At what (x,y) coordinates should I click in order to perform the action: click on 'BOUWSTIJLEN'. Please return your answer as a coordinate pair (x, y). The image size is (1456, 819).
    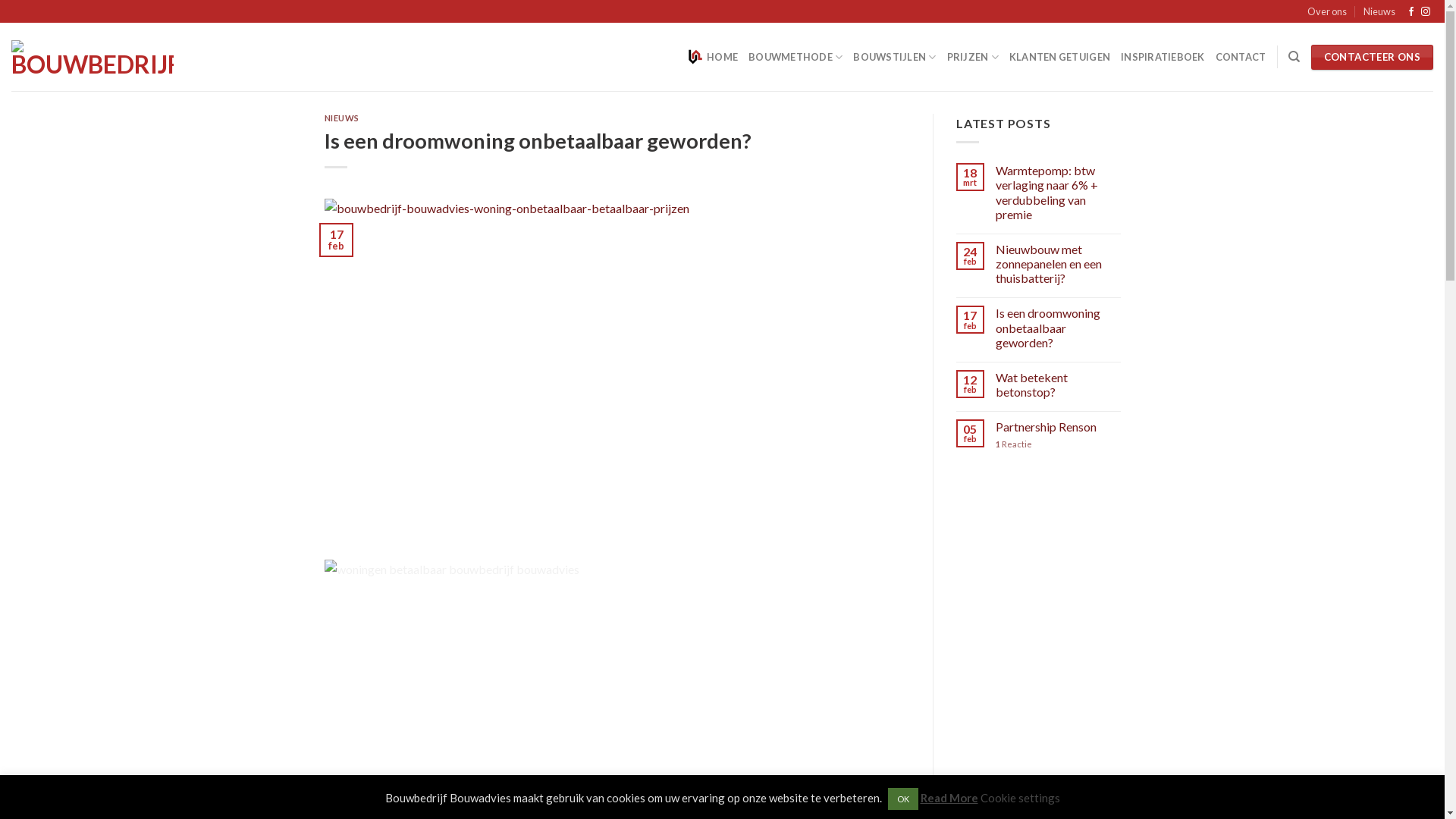
    Looking at the image, I should click on (852, 55).